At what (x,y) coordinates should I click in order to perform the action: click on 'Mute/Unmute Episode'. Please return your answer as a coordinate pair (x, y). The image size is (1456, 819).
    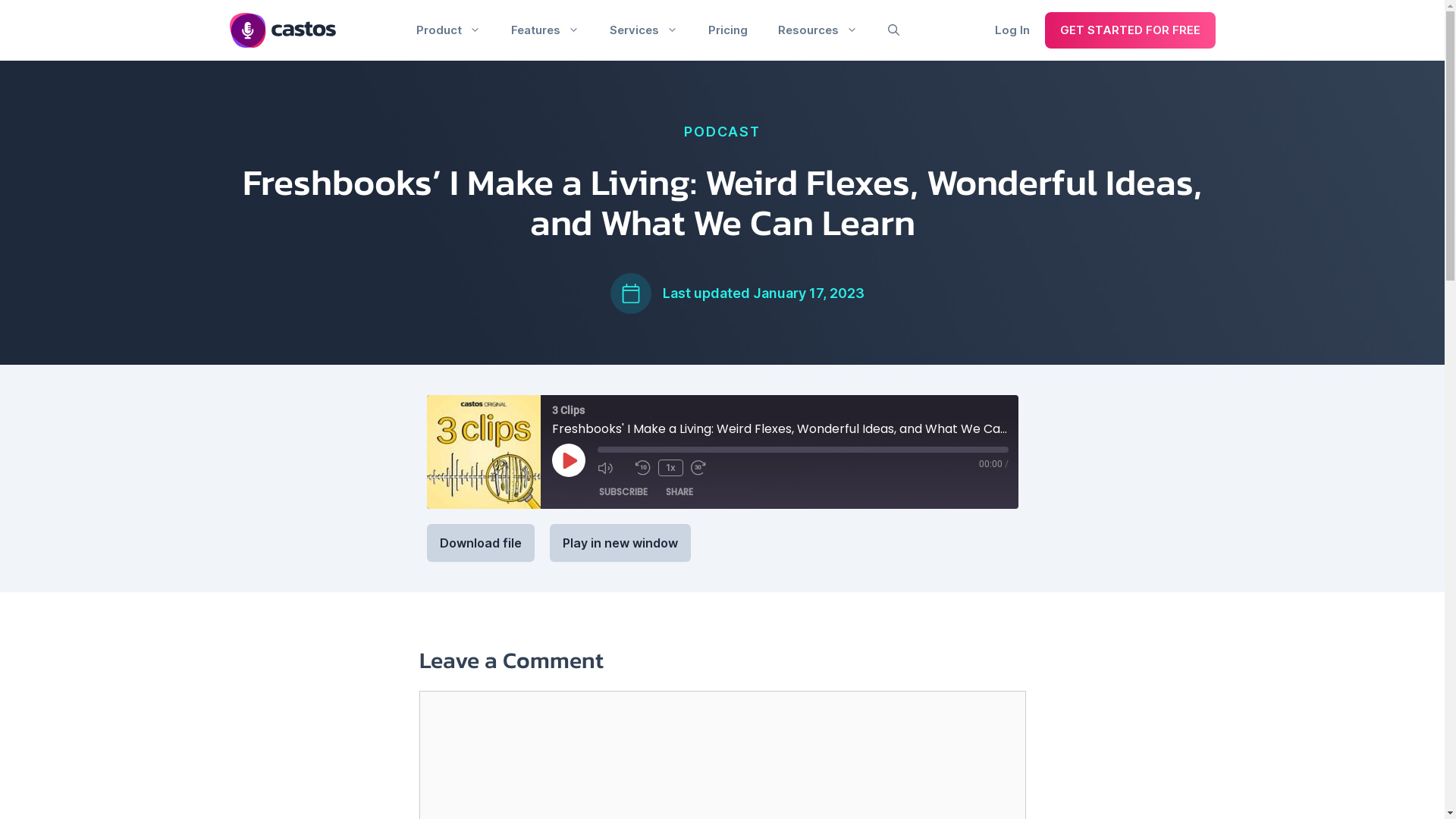
    Looking at the image, I should click on (596, 467).